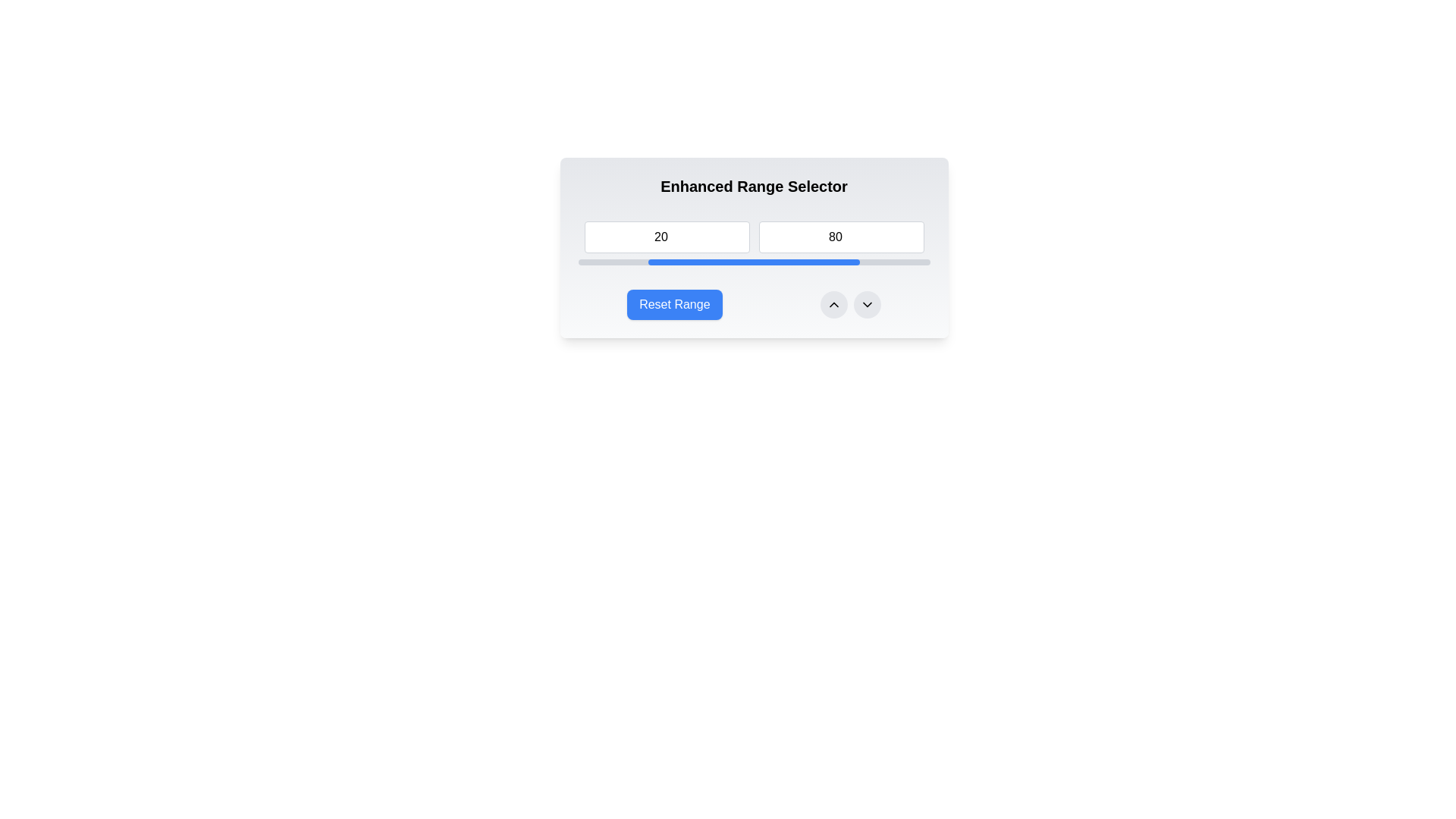 This screenshot has width=1456, height=819. I want to click on downward-pointing chevron icon located inside the circular button at the bottom-right of the card for its properties, so click(867, 304).